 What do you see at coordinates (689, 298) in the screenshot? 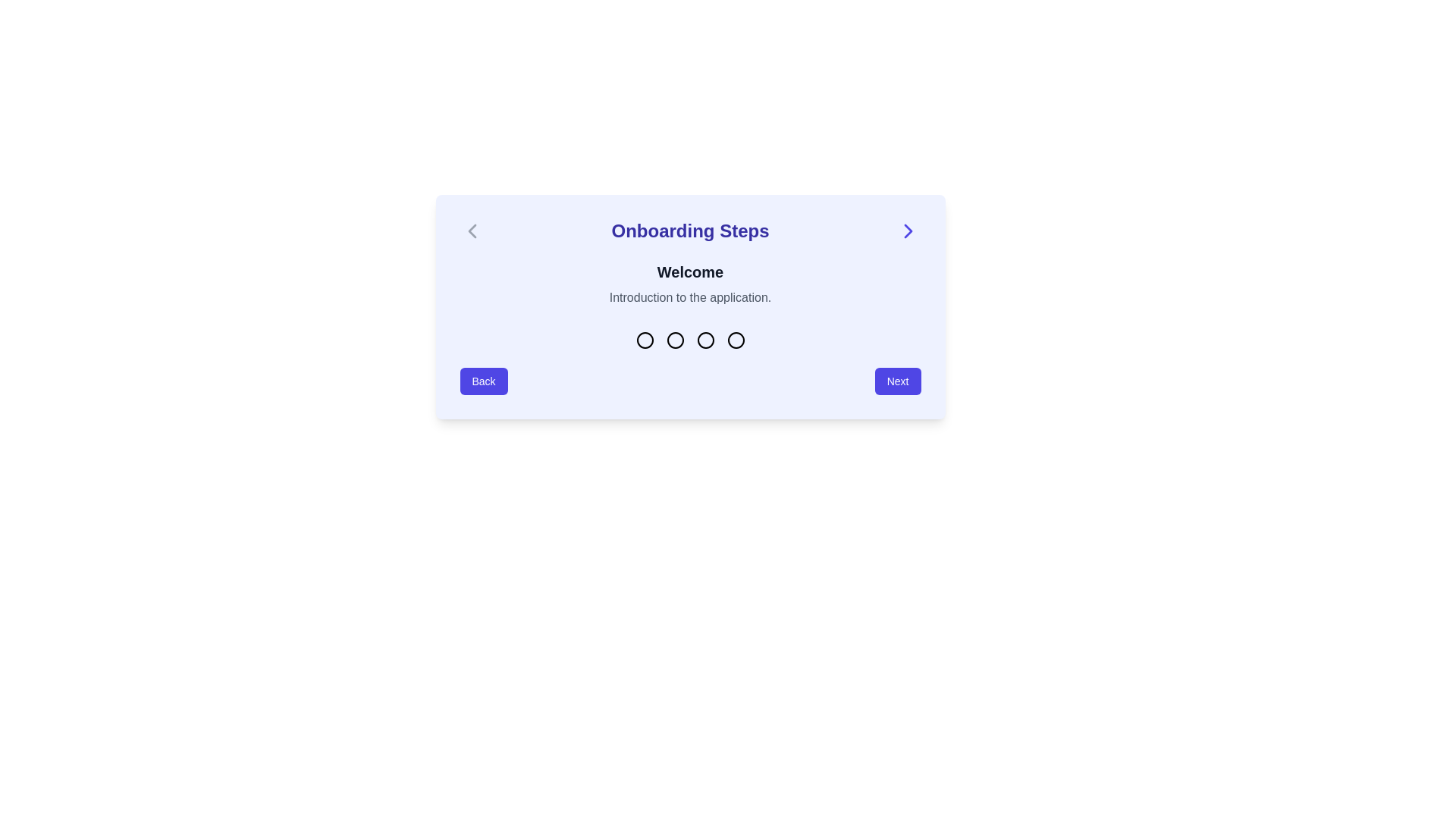
I see `the text element that provides a succinct introduction or description of the application, located directly beneath the heading 'Welcome' and centered in the interface` at bounding box center [689, 298].